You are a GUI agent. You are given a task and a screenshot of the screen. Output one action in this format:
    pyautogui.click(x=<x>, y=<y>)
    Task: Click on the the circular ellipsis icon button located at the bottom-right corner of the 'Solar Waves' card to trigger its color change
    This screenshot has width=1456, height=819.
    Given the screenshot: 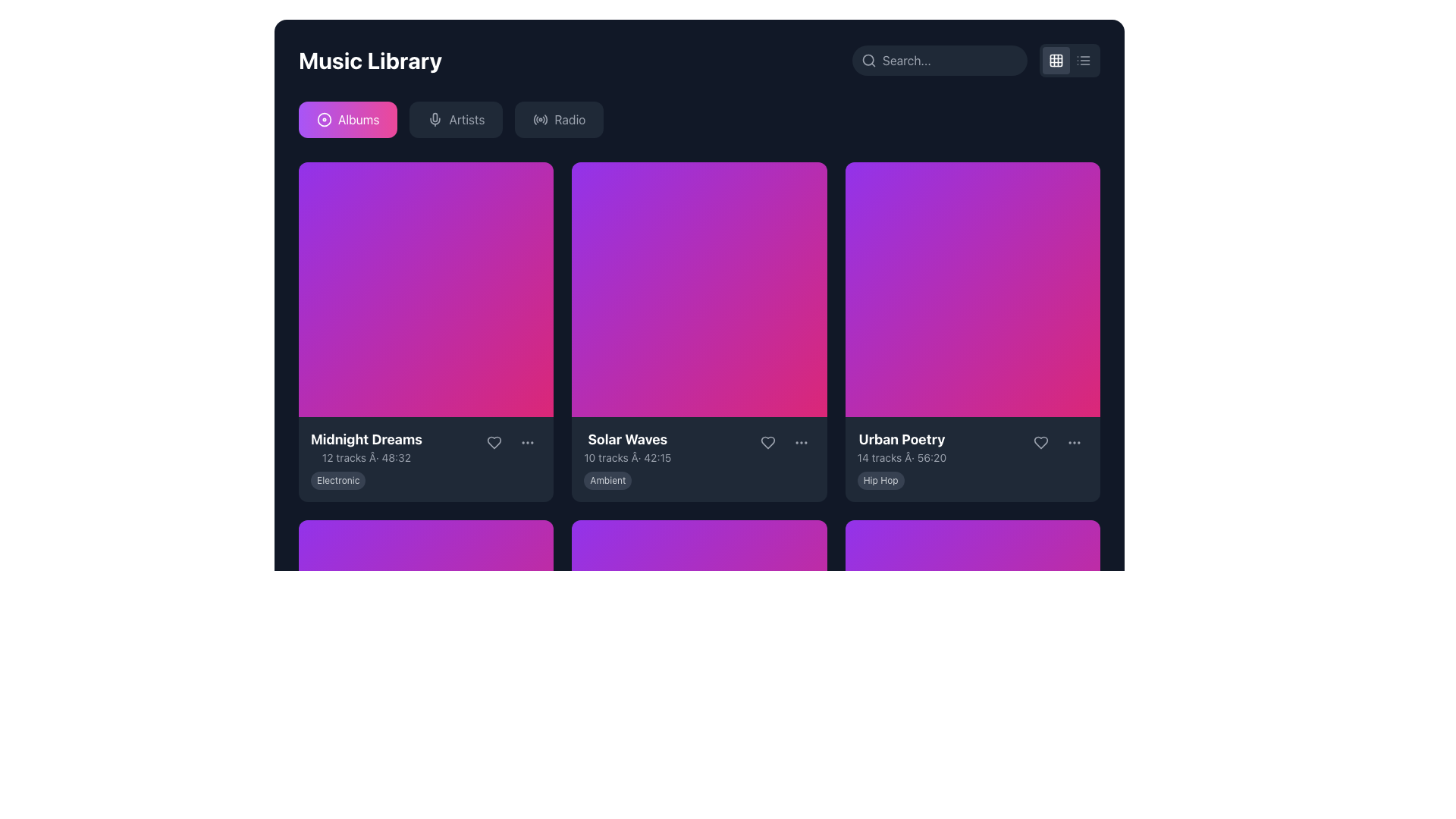 What is the action you would take?
    pyautogui.click(x=800, y=443)
    